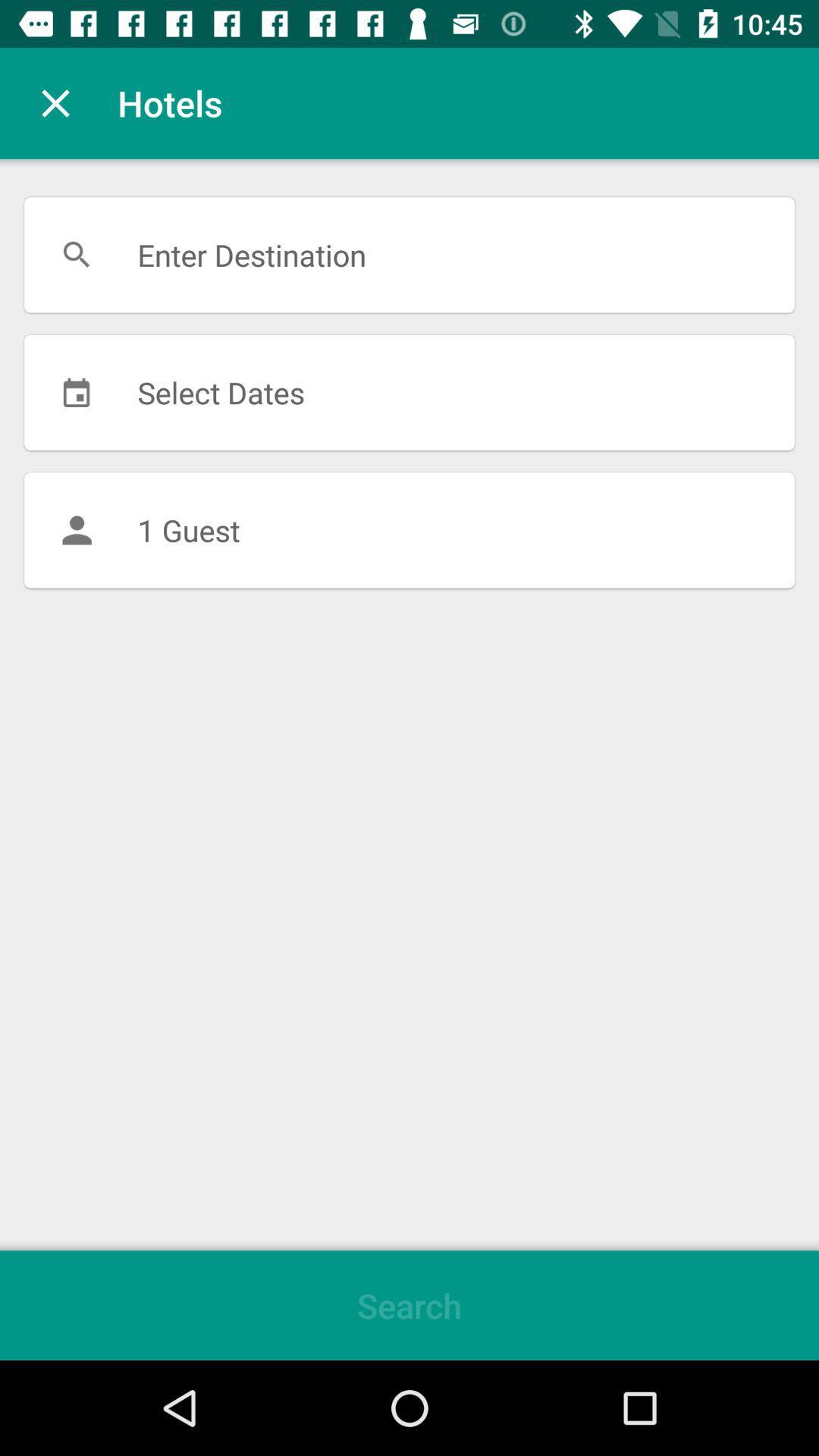 This screenshot has width=819, height=1456. I want to click on select dates item, so click(409, 392).